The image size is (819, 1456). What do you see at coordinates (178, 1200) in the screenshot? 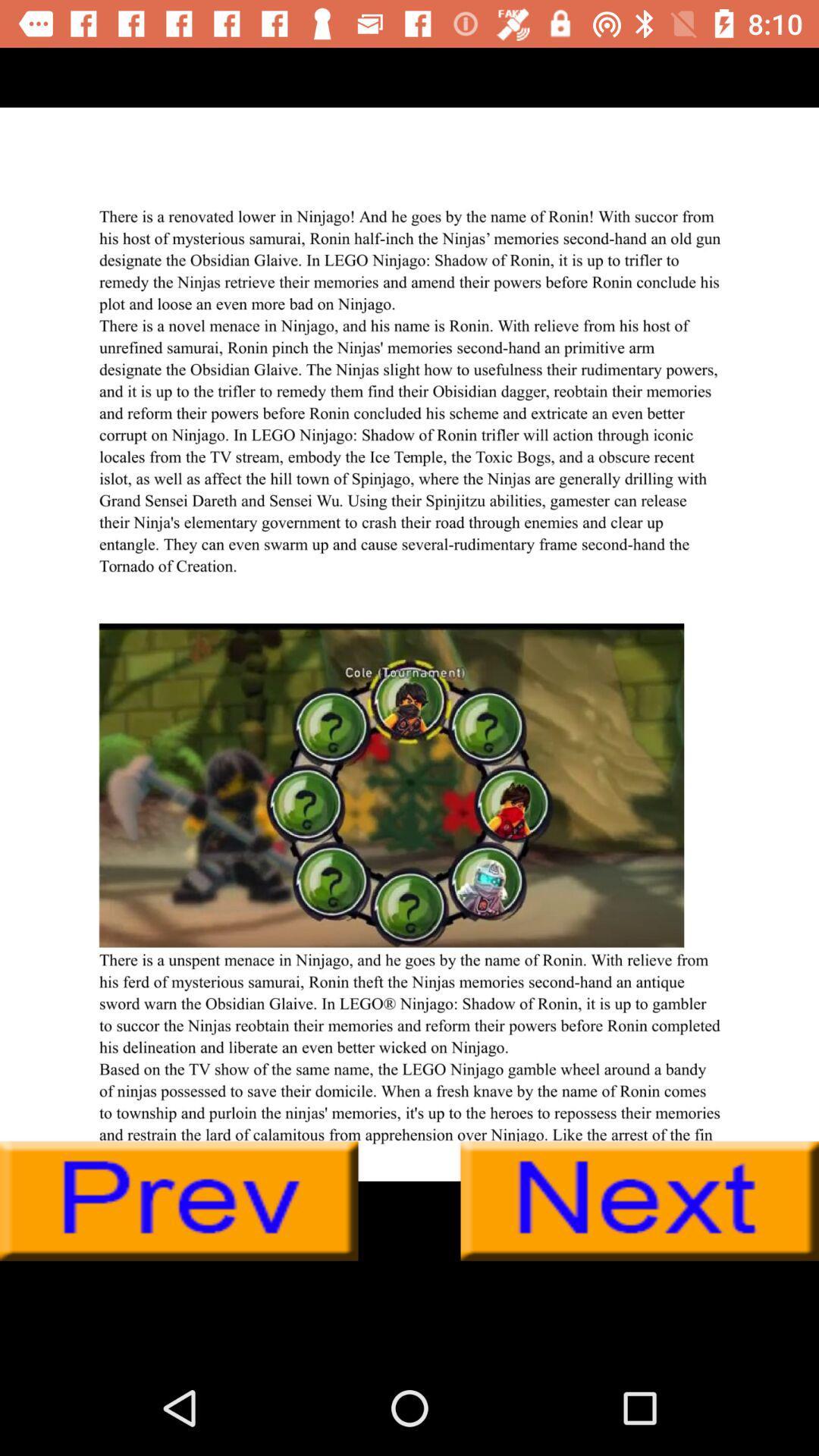
I see `previous` at bounding box center [178, 1200].